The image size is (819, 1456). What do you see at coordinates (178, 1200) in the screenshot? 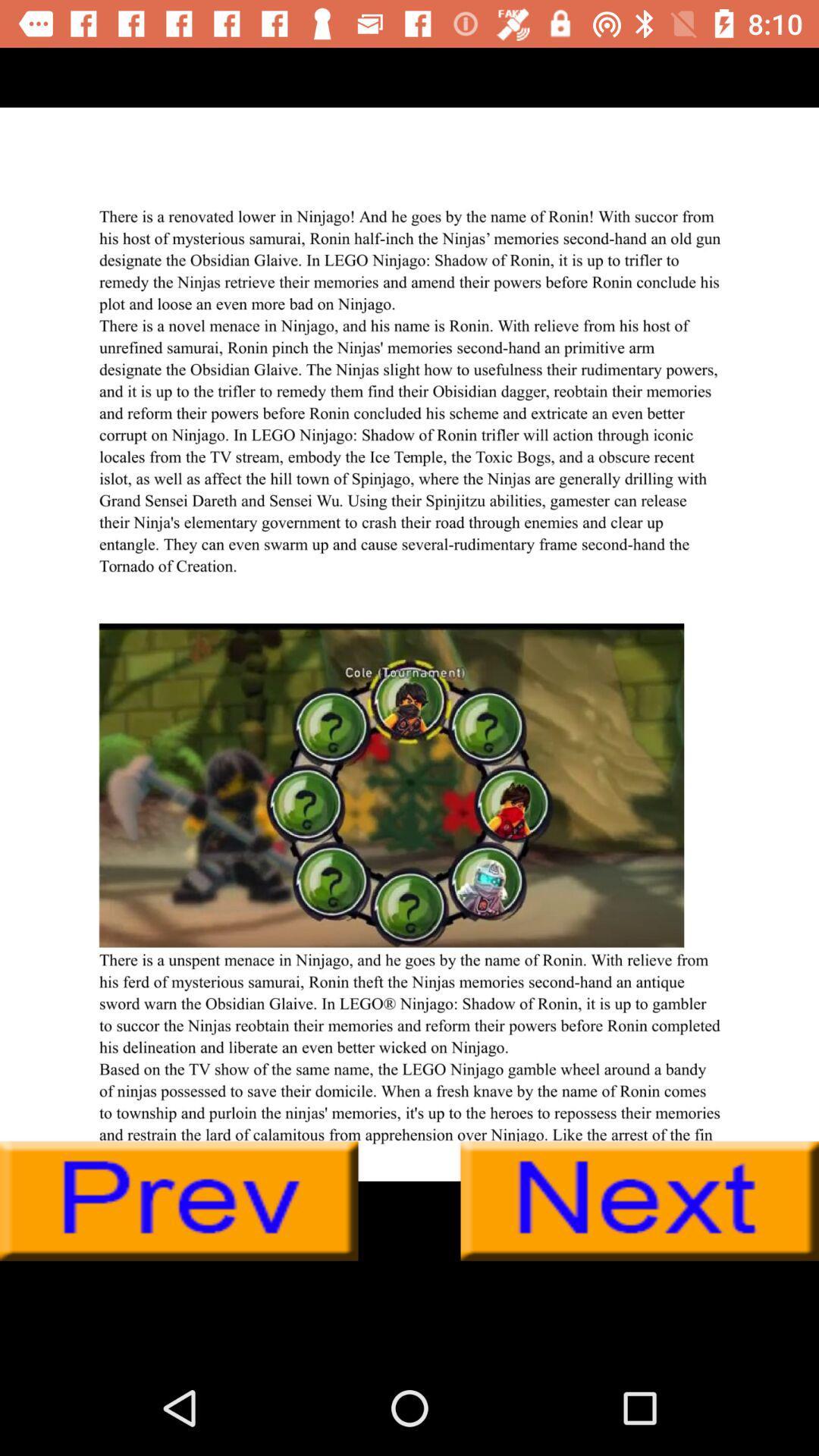
I see `previous` at bounding box center [178, 1200].